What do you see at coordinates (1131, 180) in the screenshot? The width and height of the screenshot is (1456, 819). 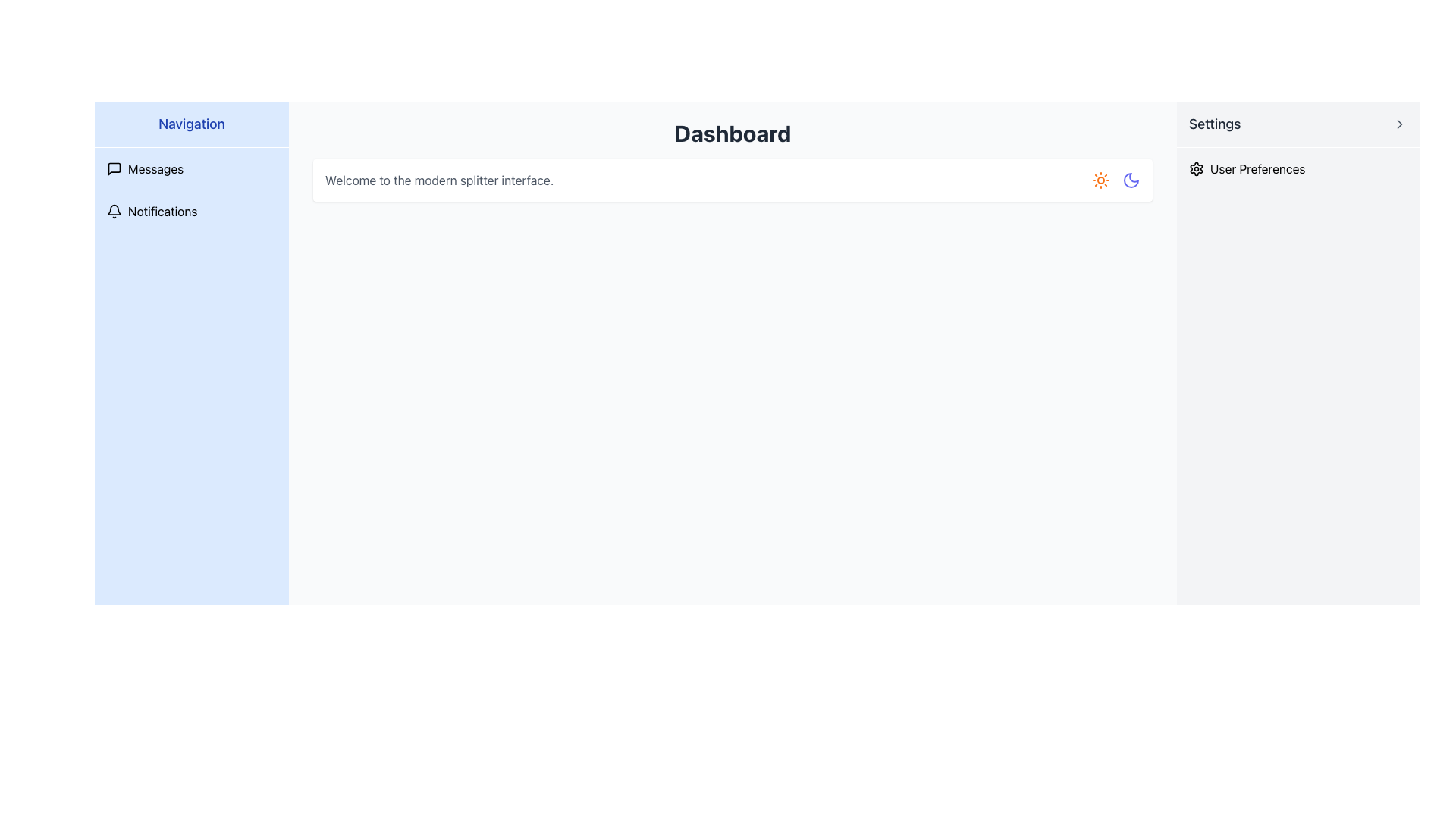 I see `the crescent moon icon in the top-right navigation bar` at bounding box center [1131, 180].